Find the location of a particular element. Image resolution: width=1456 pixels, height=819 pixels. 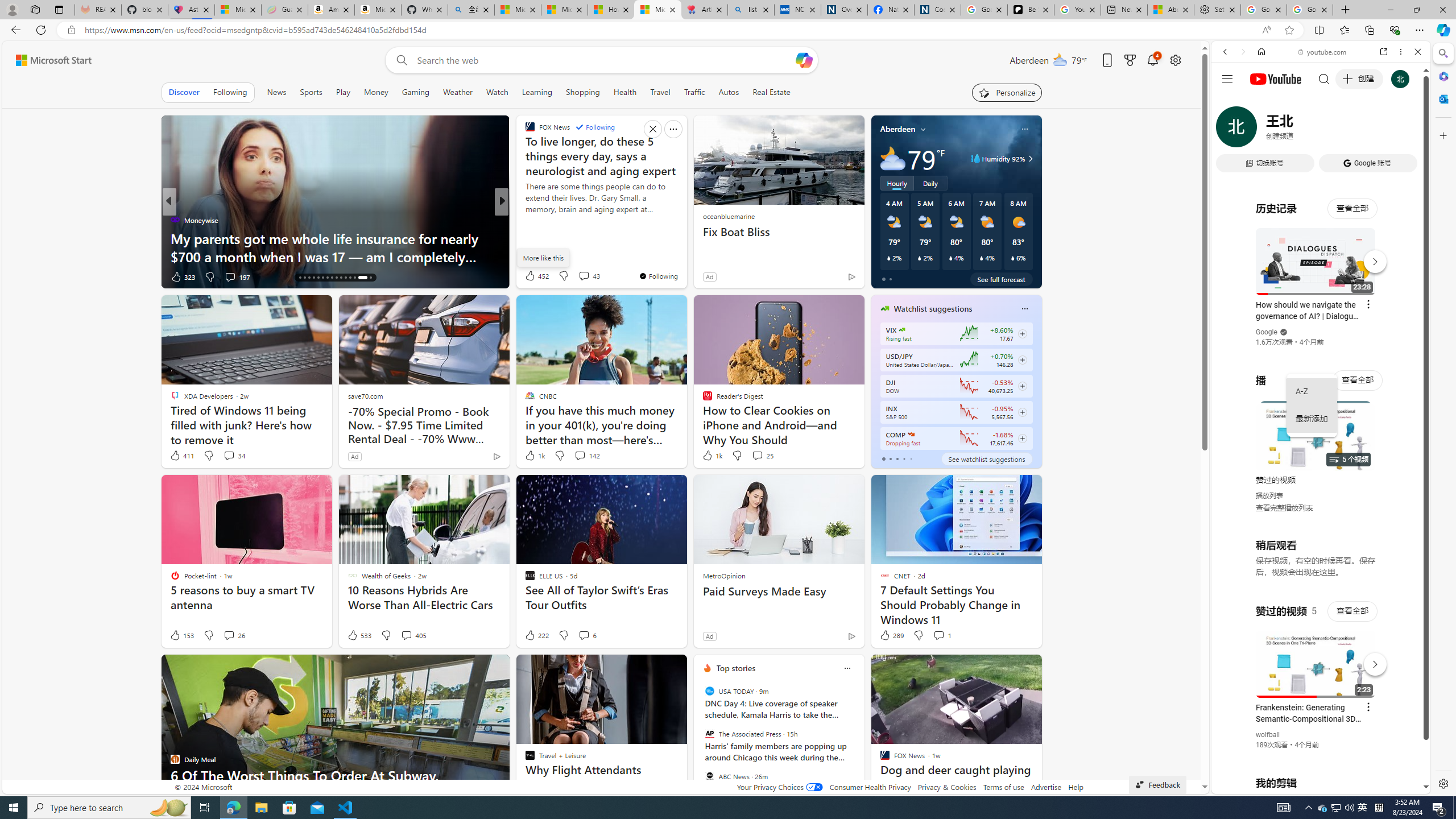

'Music' is located at coordinates (1319, 309).